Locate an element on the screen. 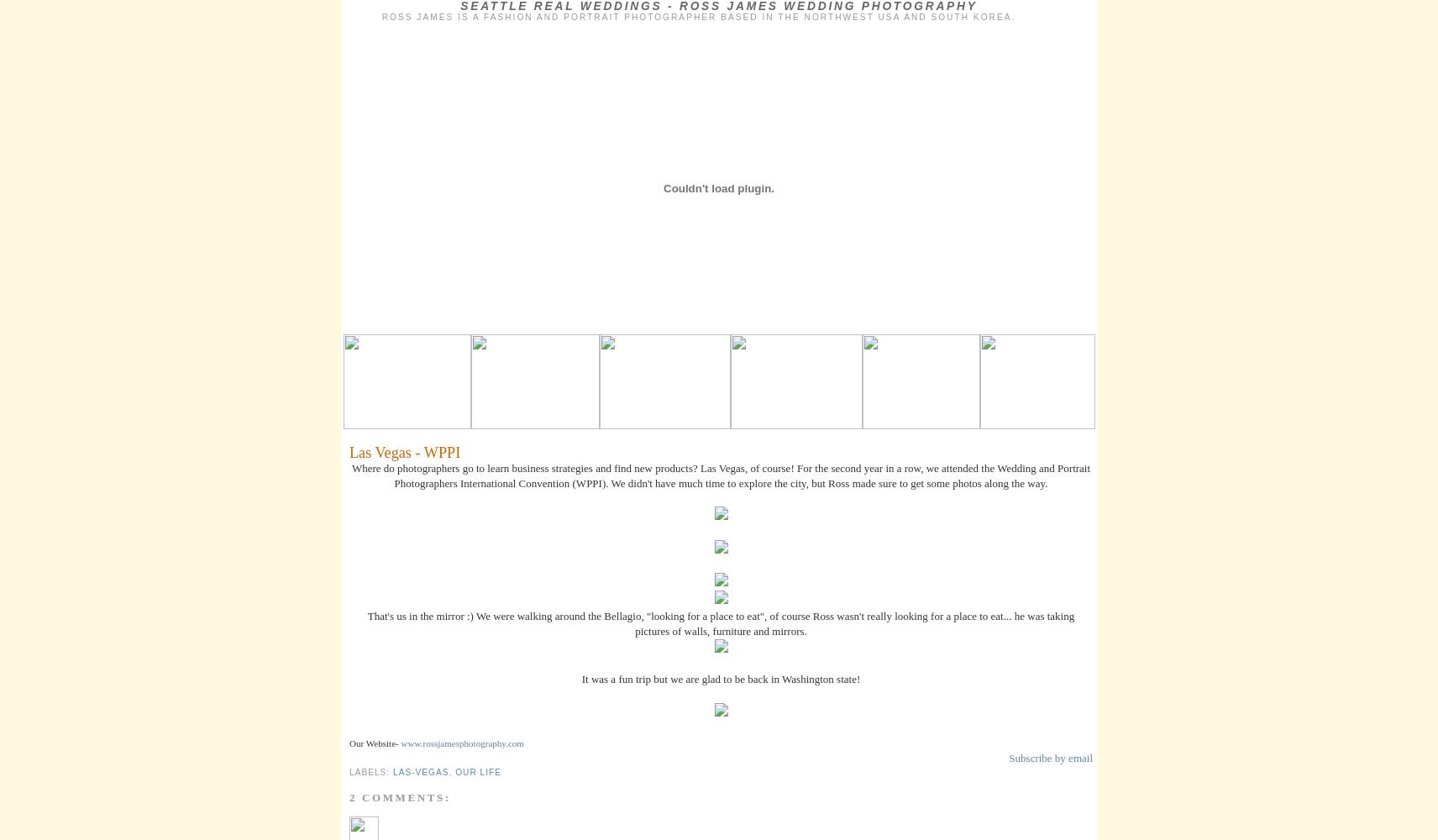 The height and width of the screenshot is (840, 1438). 'www.rossjamesphotography.com' is located at coordinates (399, 743).